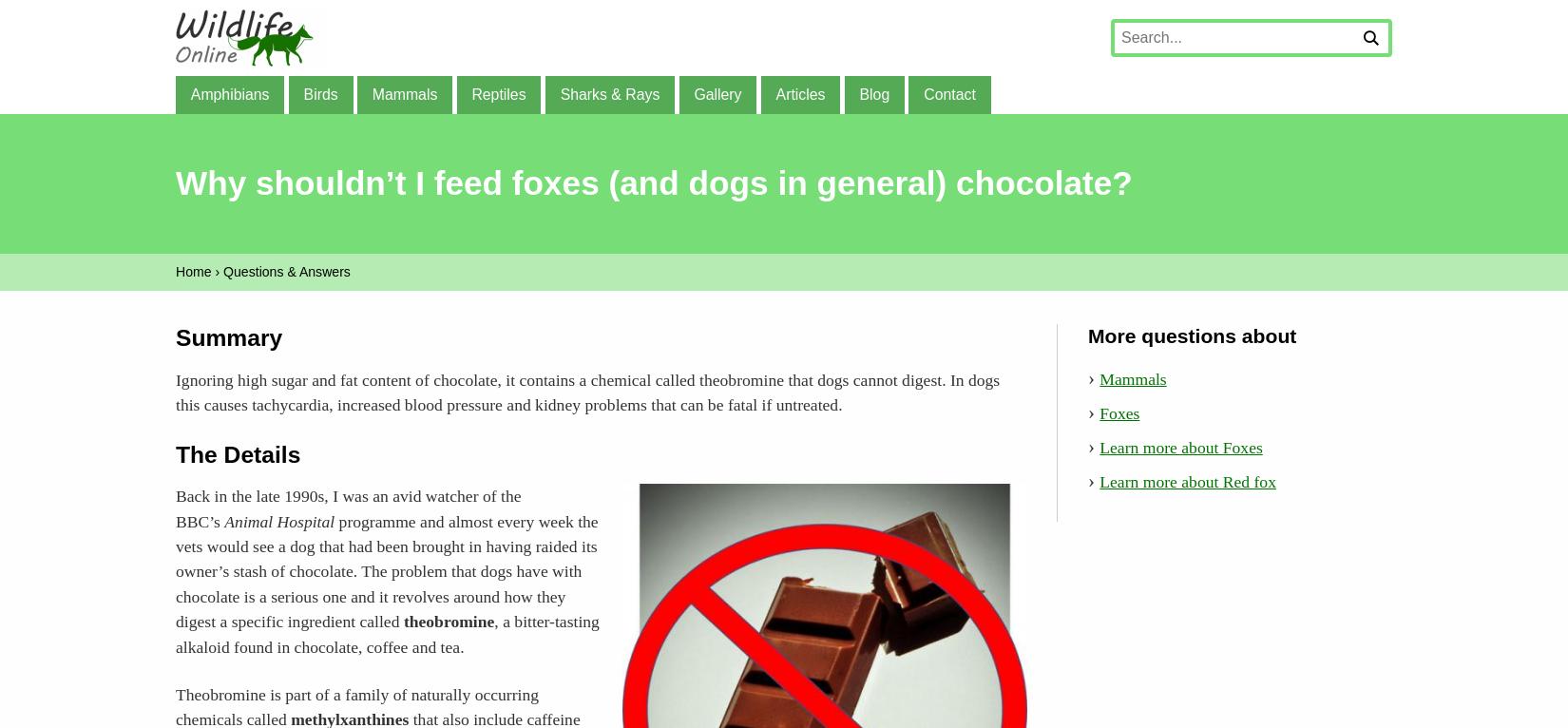  I want to click on 'Sharks & Rays', so click(608, 92).